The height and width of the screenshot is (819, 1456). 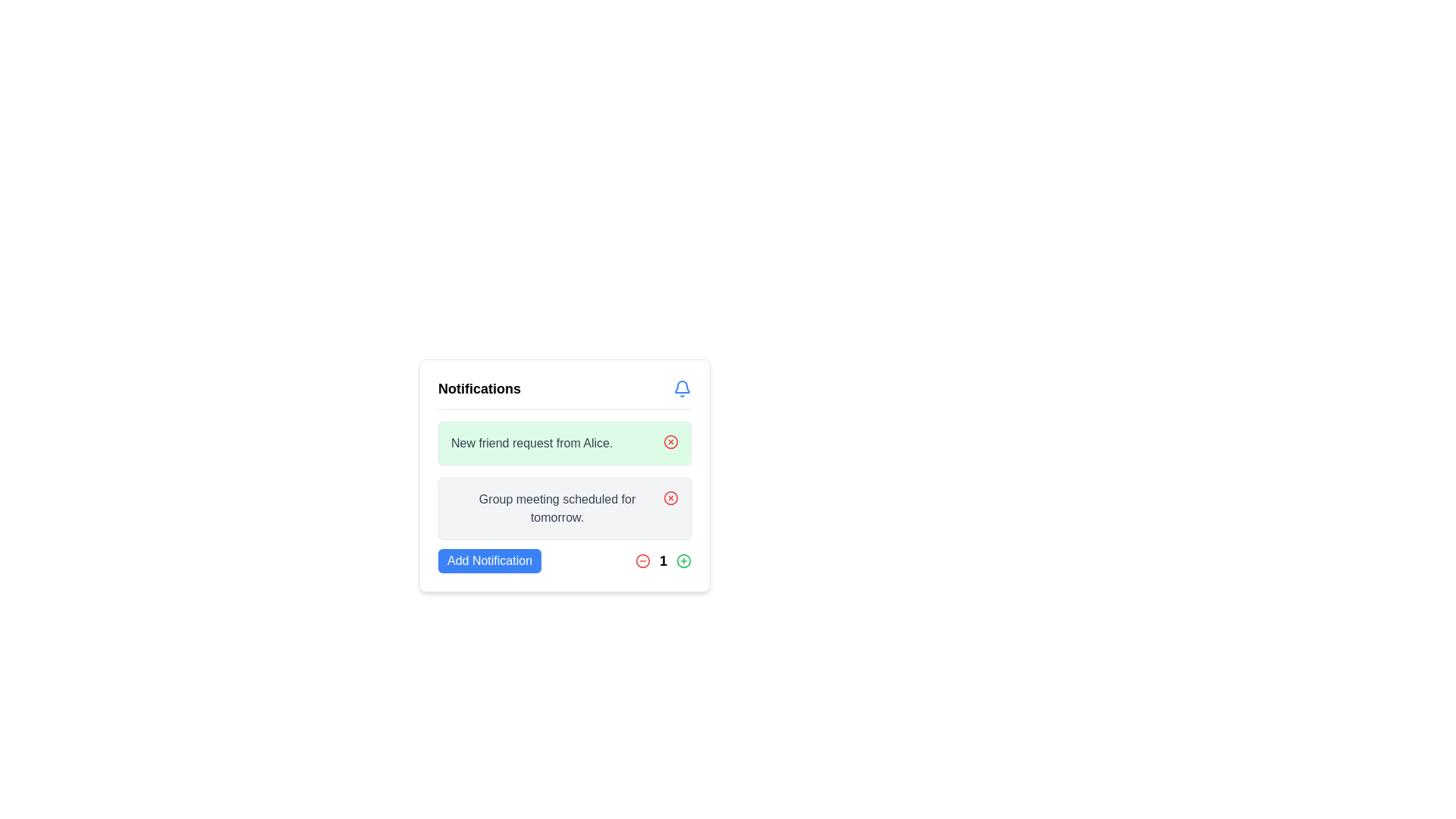 What do you see at coordinates (682, 386) in the screenshot?
I see `the top outline of the bell icon located in the top-right corner of the notification panel, which is part of an SVG representation symbolizing notifications` at bounding box center [682, 386].